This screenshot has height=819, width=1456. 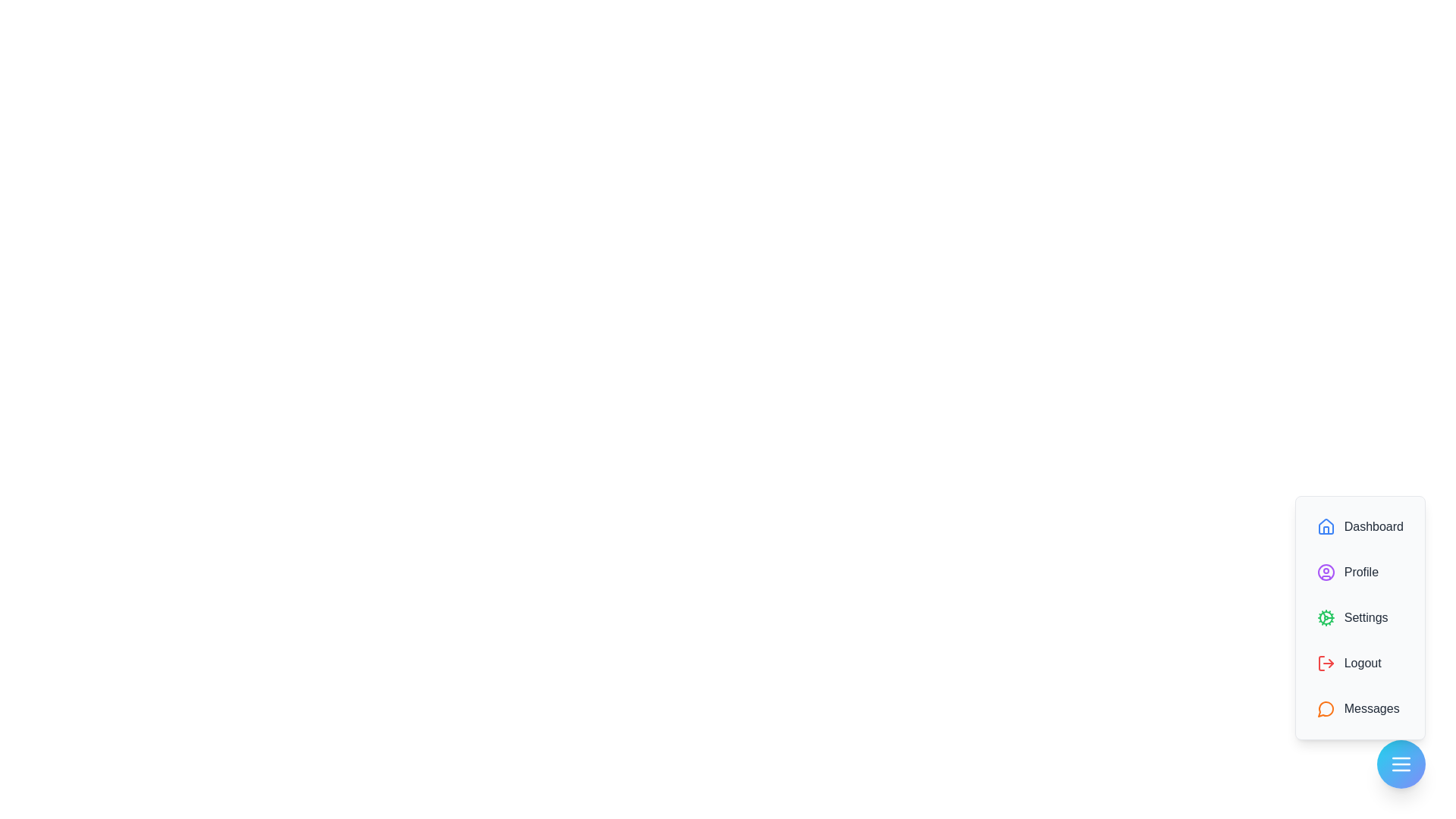 What do you see at coordinates (1360, 617) in the screenshot?
I see `the 'Settings' button in the menu` at bounding box center [1360, 617].